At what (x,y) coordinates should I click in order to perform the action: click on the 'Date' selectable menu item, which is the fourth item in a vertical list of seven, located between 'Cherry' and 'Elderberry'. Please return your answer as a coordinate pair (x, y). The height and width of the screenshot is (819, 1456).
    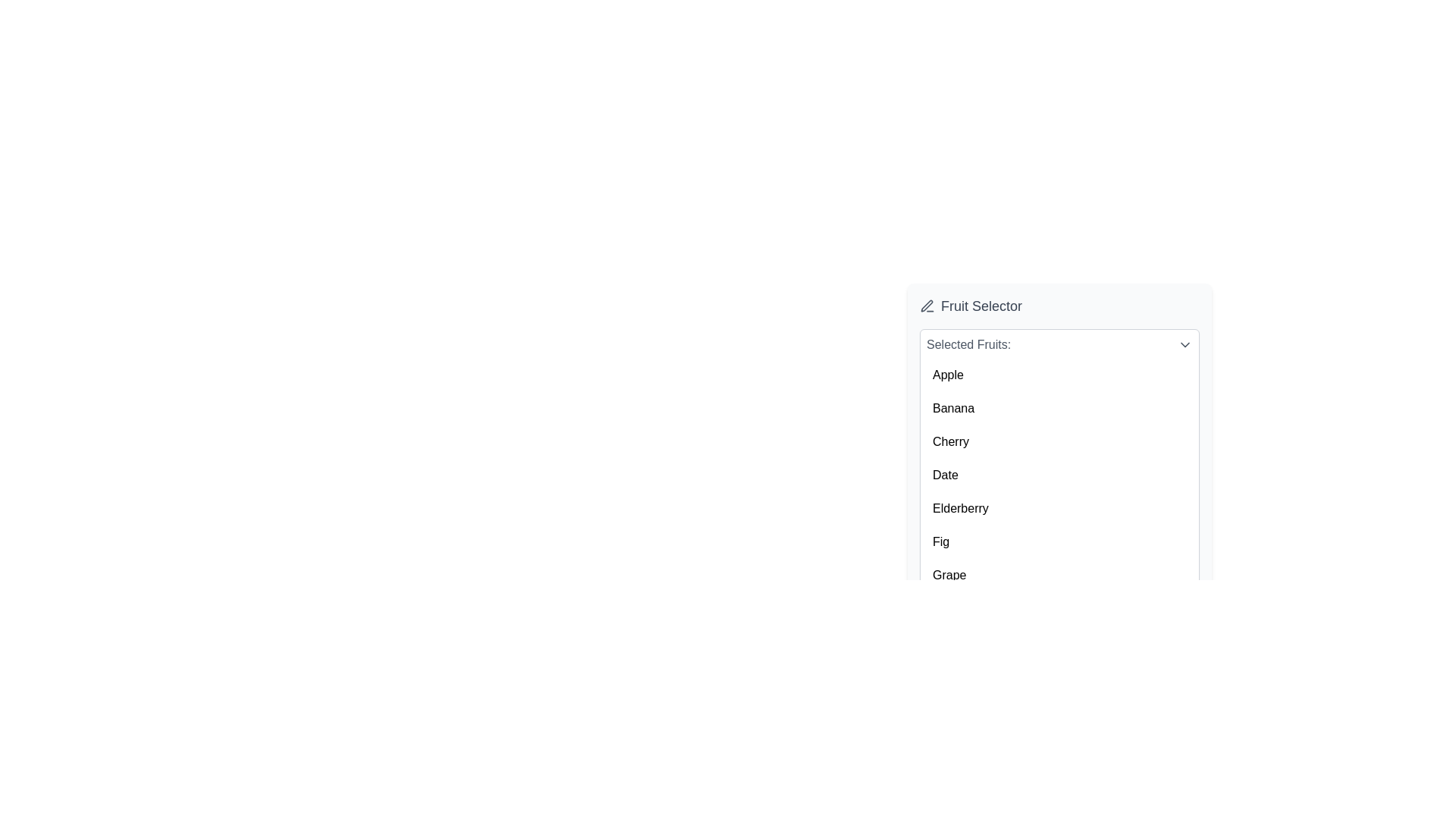
    Looking at the image, I should click on (1059, 475).